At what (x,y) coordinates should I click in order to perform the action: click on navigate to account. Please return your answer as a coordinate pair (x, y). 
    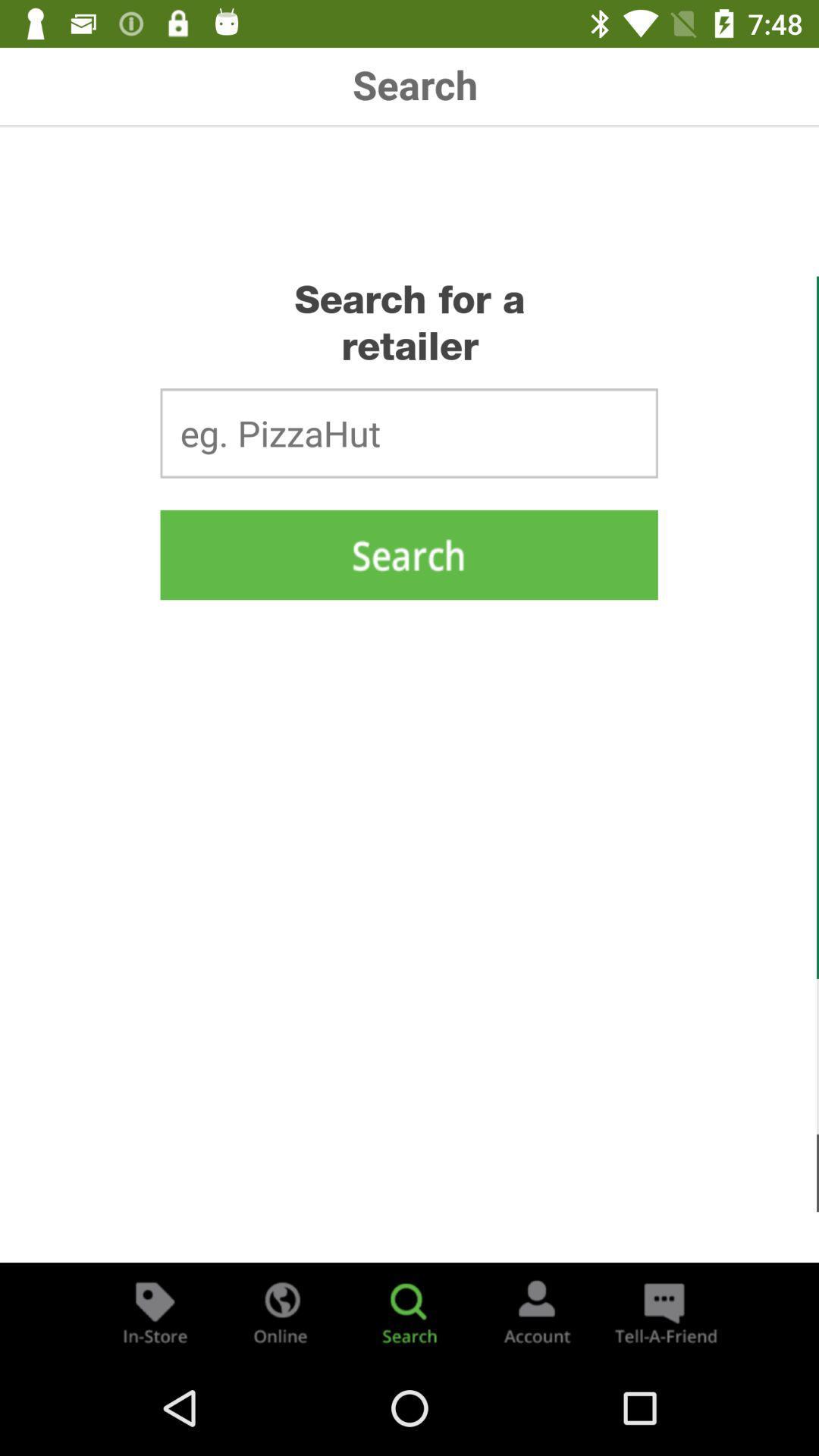
    Looking at the image, I should click on (536, 1310).